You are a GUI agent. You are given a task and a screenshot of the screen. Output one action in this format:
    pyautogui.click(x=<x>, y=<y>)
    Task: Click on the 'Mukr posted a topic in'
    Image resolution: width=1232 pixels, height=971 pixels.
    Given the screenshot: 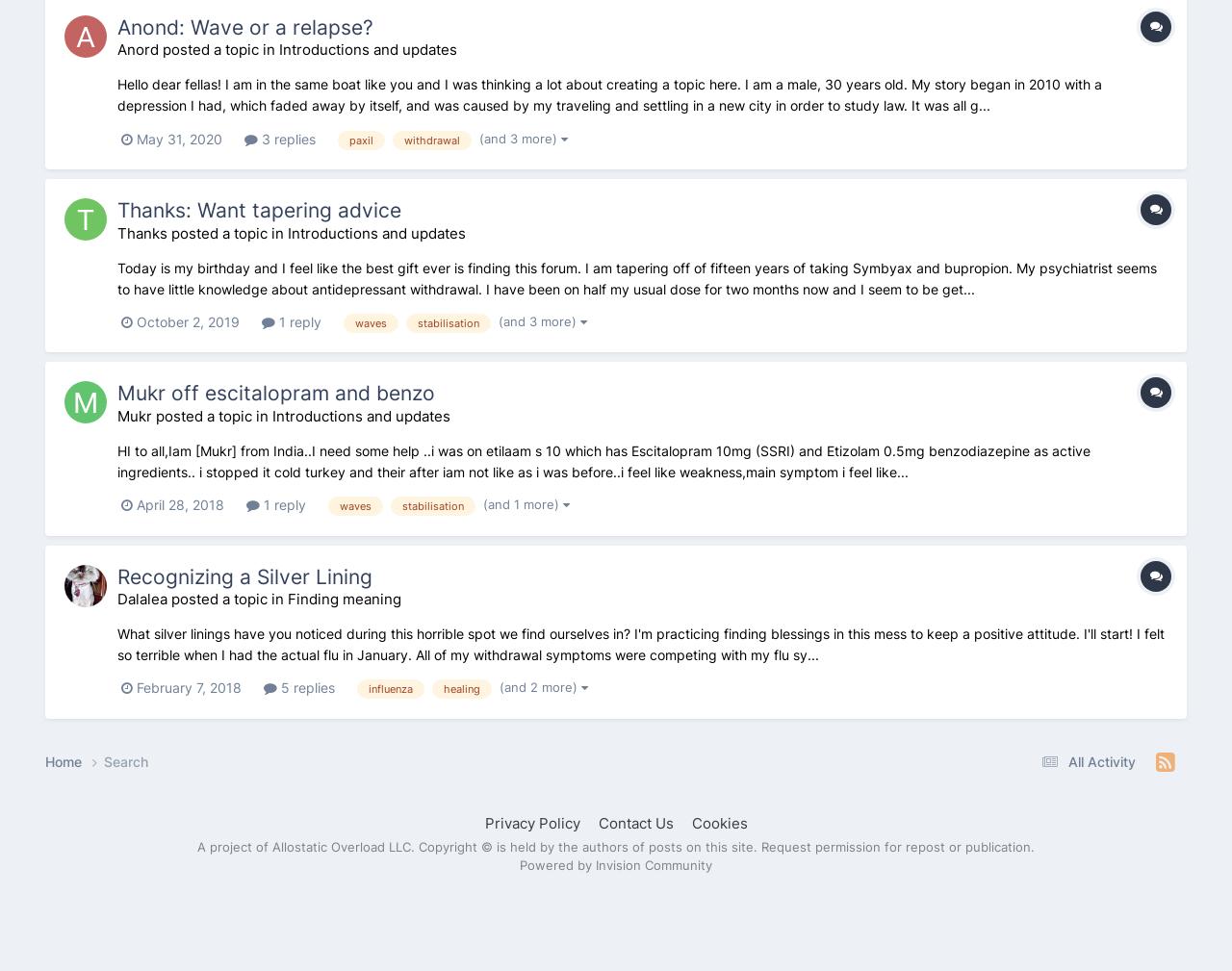 What is the action you would take?
    pyautogui.click(x=115, y=414)
    